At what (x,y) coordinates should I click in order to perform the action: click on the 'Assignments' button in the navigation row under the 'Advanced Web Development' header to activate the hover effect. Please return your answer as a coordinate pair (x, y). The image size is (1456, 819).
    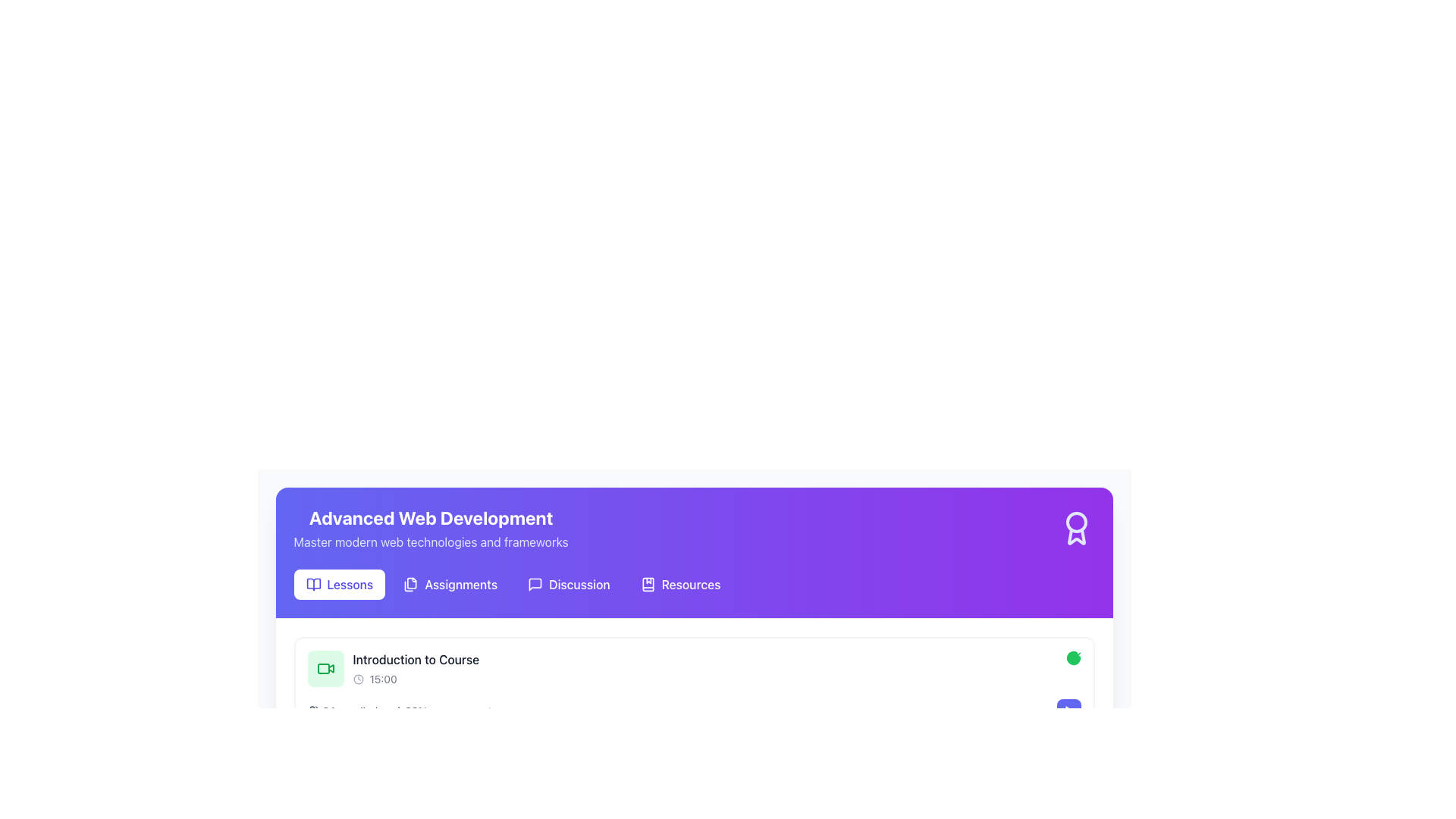
    Looking at the image, I should click on (450, 584).